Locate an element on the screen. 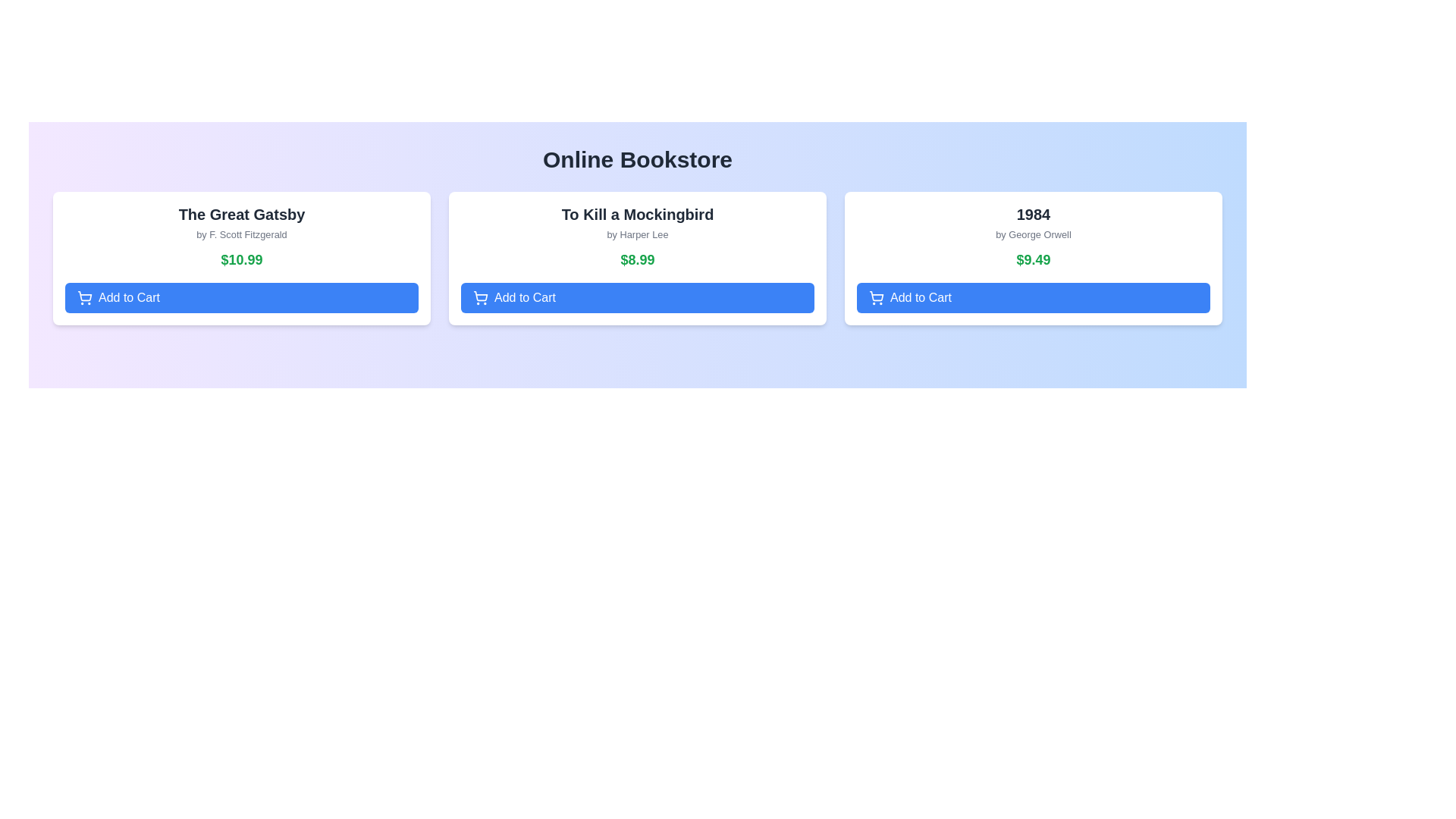 This screenshot has width=1456, height=819. the text placeholder and label element displaying the title 'The Great Gatsby', author 'by F. Scott Fitzgerald', and price '$10.99', which is centrally aligned at the top of the section card is located at coordinates (240, 237).